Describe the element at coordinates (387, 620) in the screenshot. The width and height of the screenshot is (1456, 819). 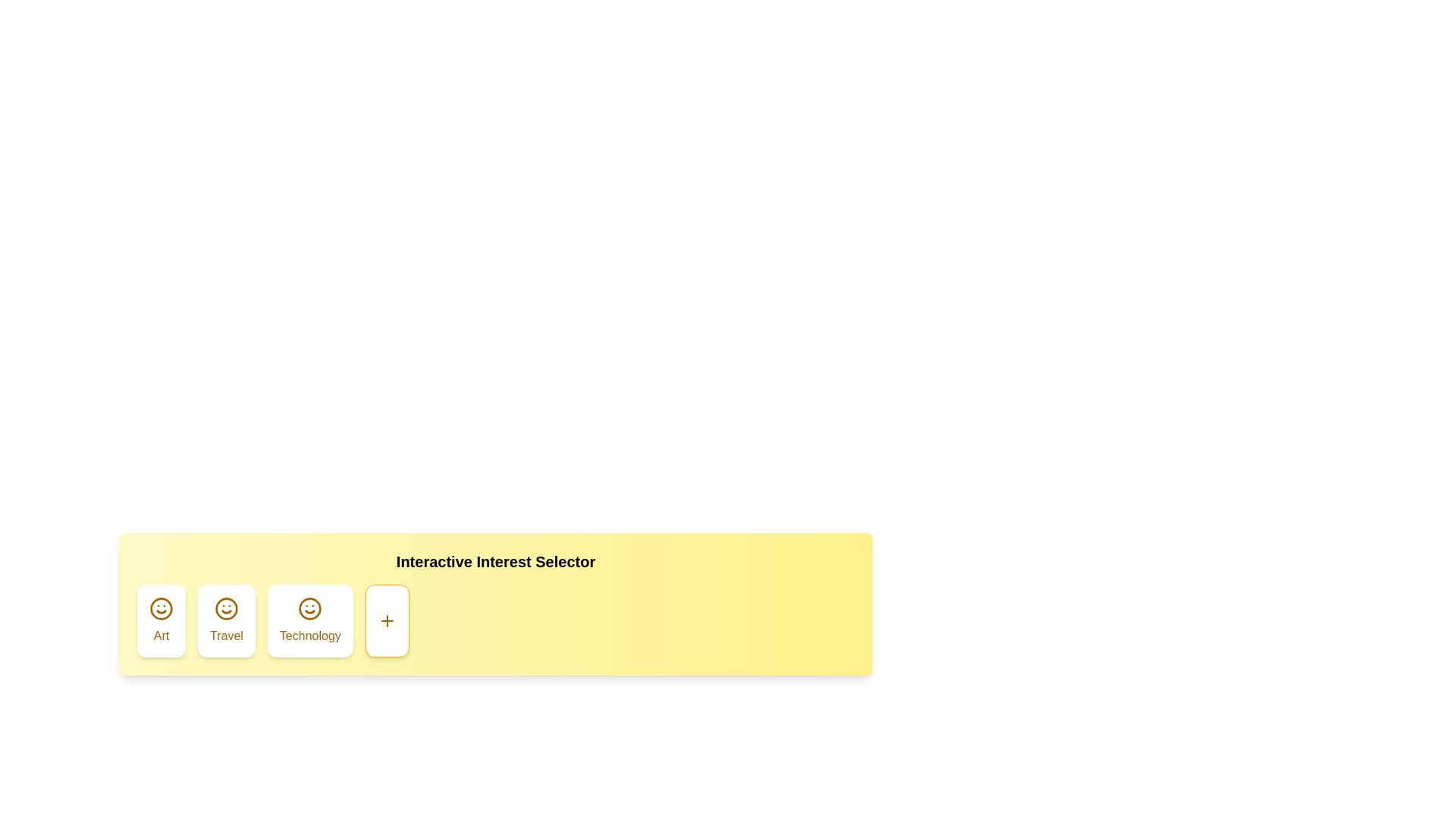
I see `the add button to add a new interest` at that location.